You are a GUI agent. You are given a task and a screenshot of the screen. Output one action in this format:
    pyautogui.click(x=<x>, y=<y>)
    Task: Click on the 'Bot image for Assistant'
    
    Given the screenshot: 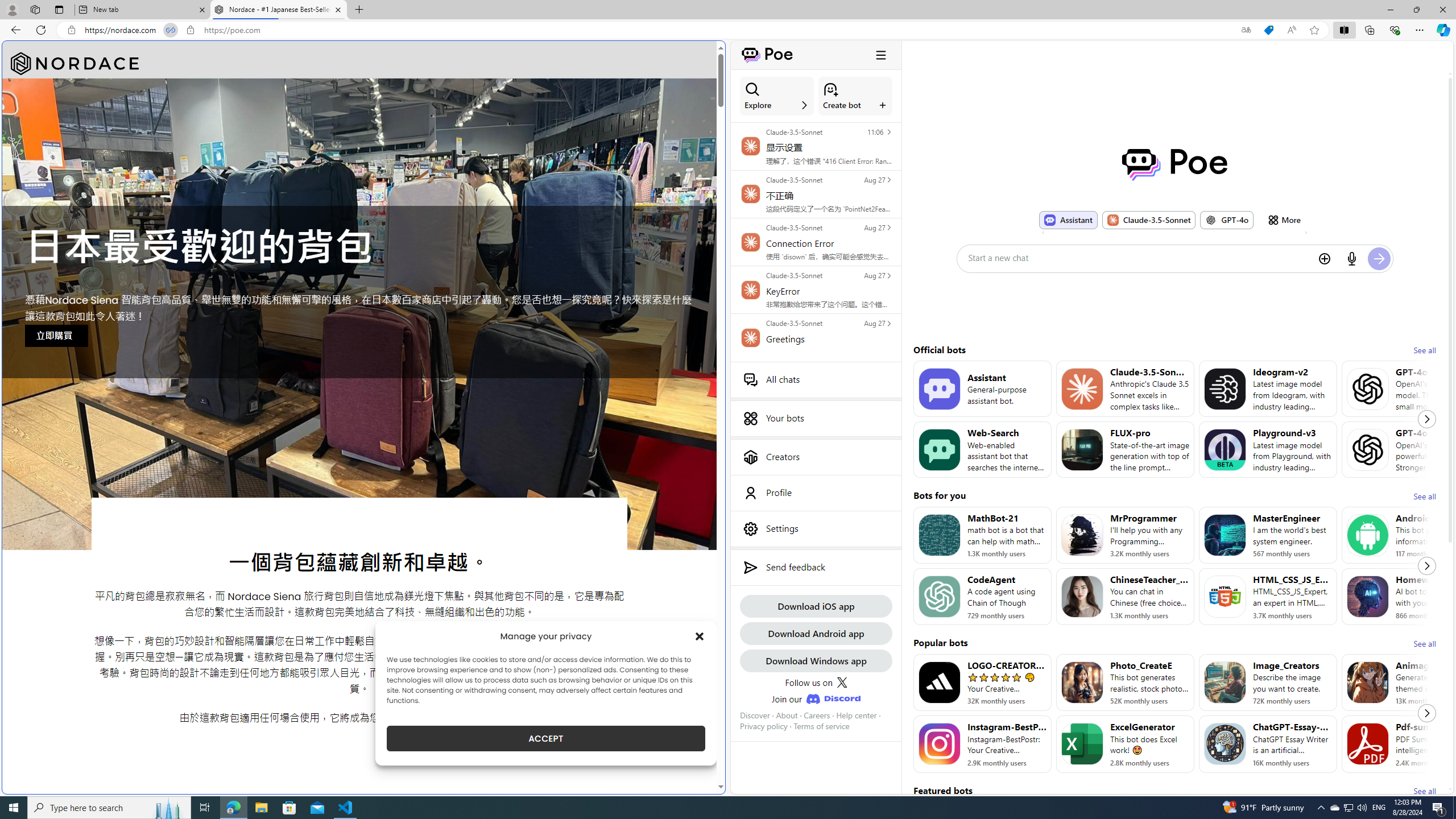 What is the action you would take?
    pyautogui.click(x=938, y=388)
    